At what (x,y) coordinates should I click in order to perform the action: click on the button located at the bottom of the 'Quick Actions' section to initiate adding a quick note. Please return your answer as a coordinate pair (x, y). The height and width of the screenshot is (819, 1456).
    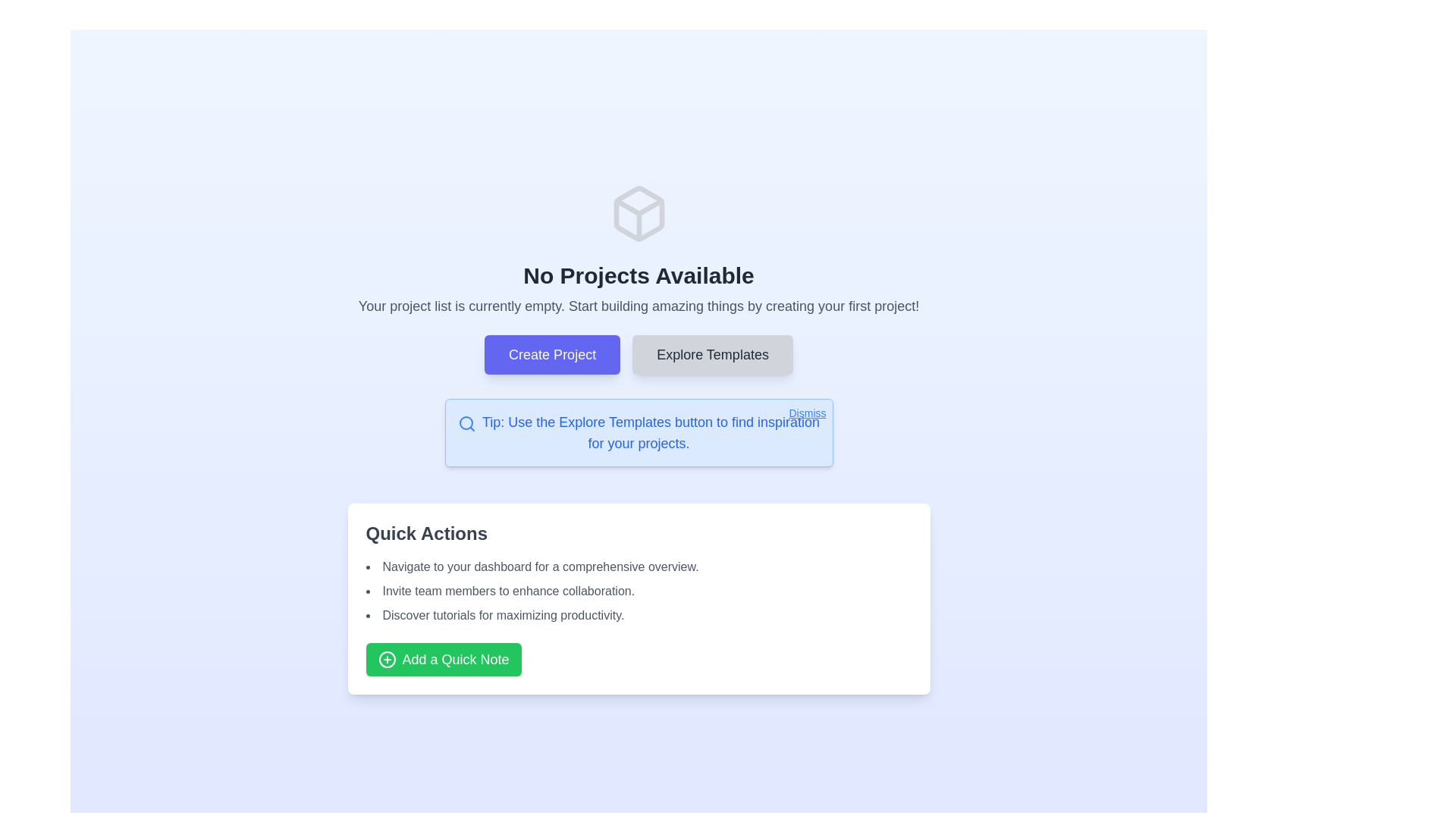
    Looking at the image, I should click on (443, 659).